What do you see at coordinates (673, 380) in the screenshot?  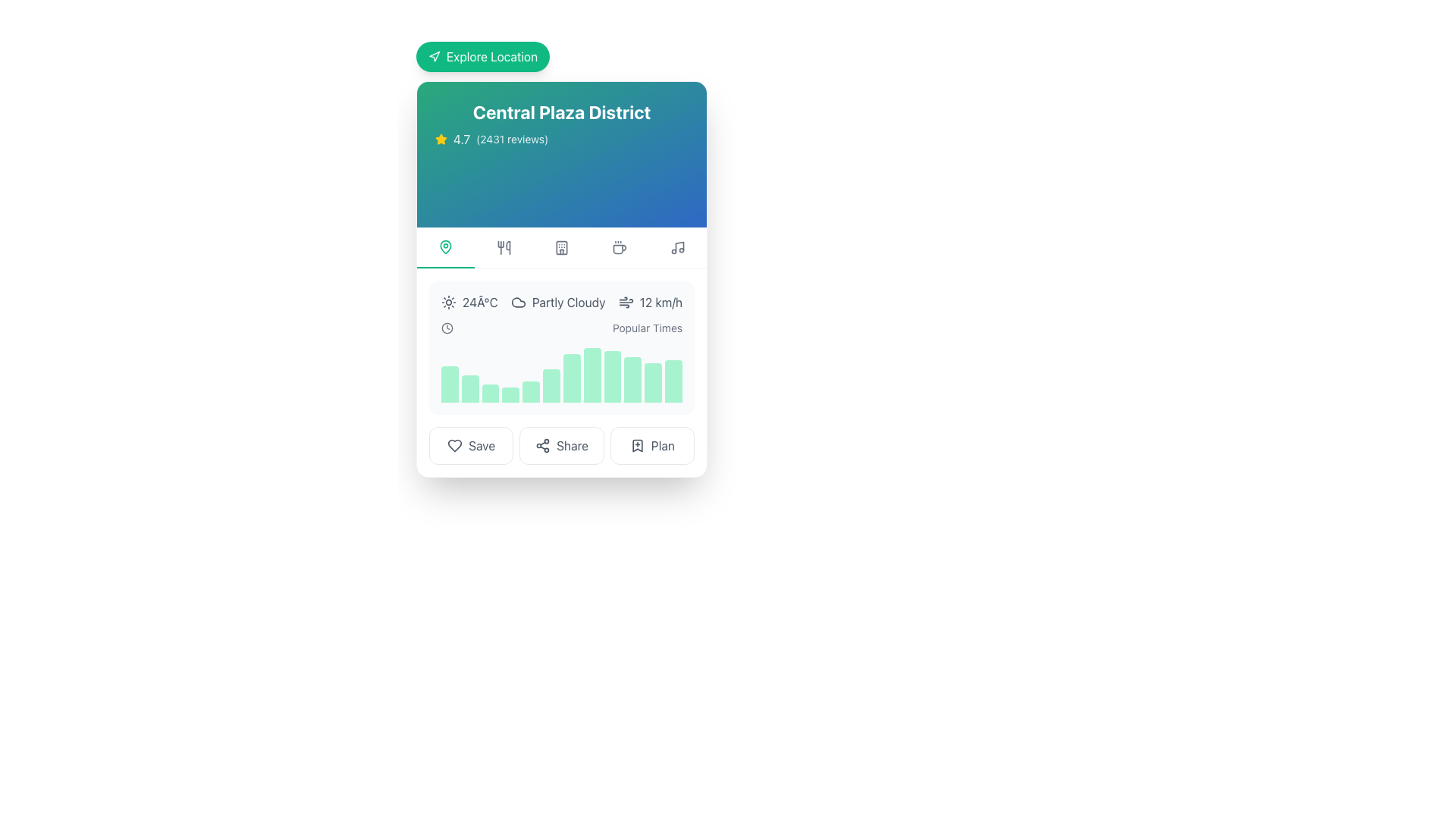 I see `the 12th vertically oriented light green bar in the chart` at bounding box center [673, 380].